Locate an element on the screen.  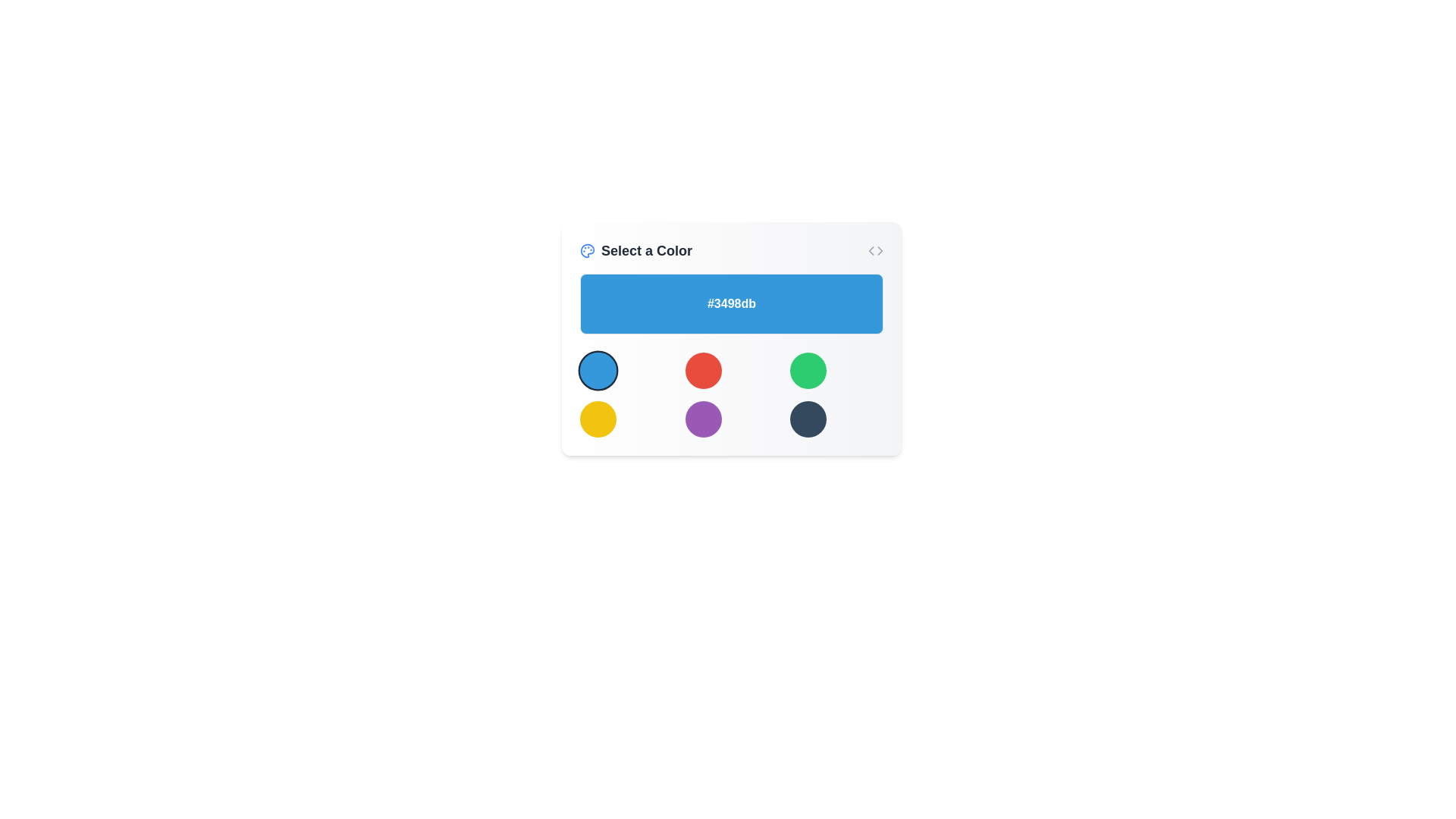
the text display showing the string '#3498db' within the blue rectangular area labeled 'Select a Color' is located at coordinates (731, 304).